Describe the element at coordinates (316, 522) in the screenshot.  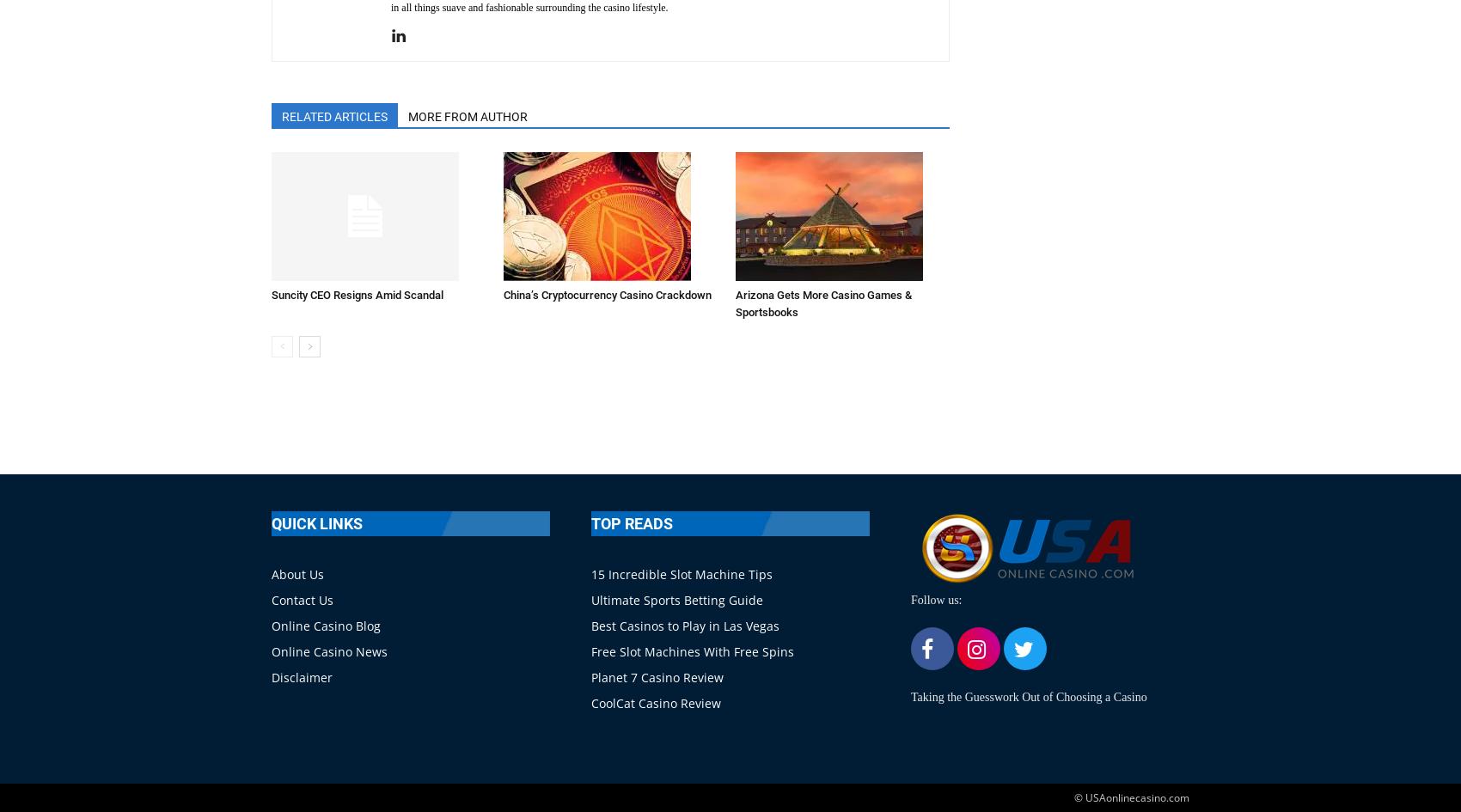
I see `'QUICK LINKS'` at that location.